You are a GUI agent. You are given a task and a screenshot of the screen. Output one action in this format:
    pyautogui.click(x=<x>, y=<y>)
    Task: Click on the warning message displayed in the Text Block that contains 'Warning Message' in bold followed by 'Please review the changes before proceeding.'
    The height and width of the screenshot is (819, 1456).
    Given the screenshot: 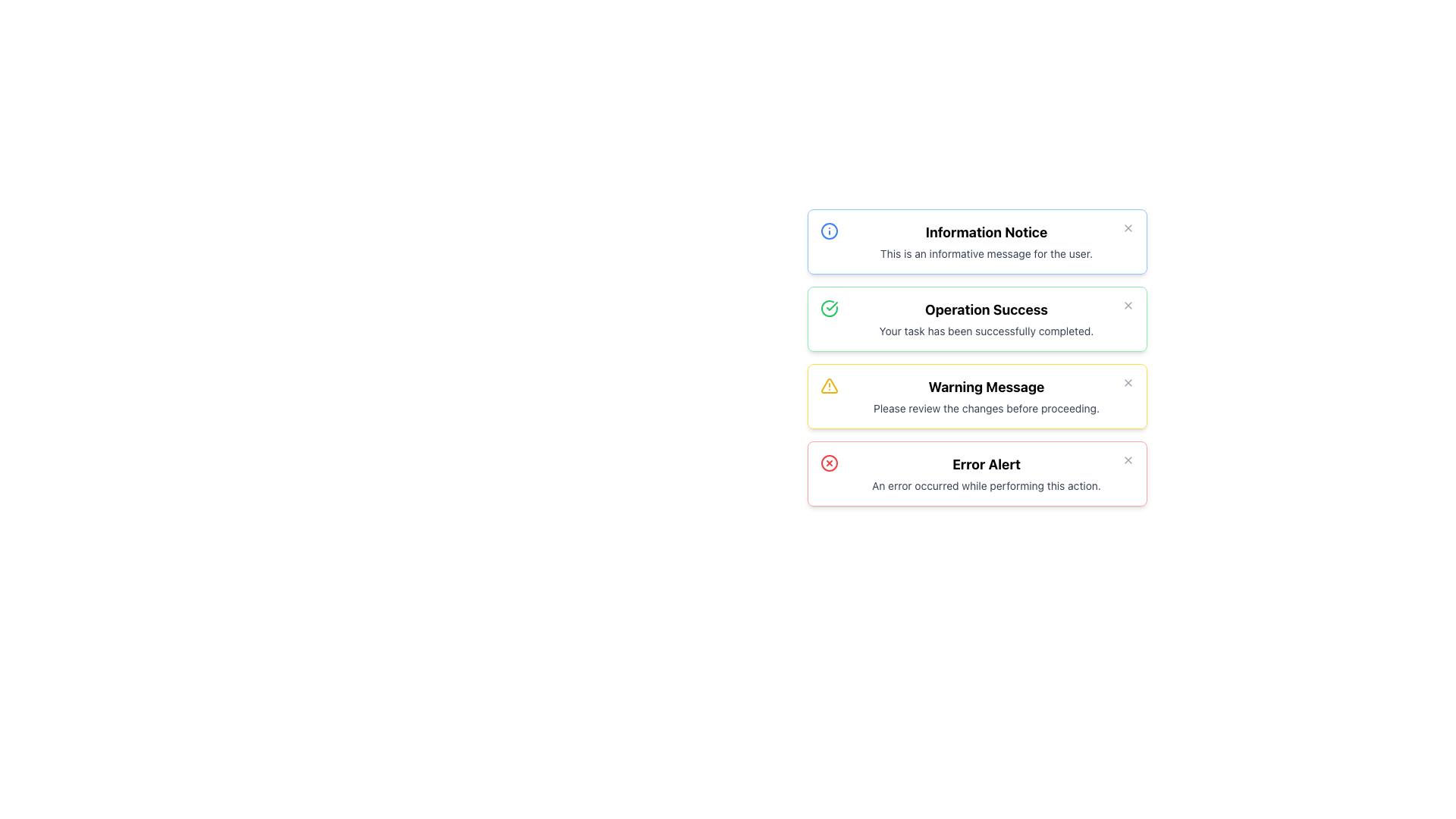 What is the action you would take?
    pyautogui.click(x=986, y=396)
    